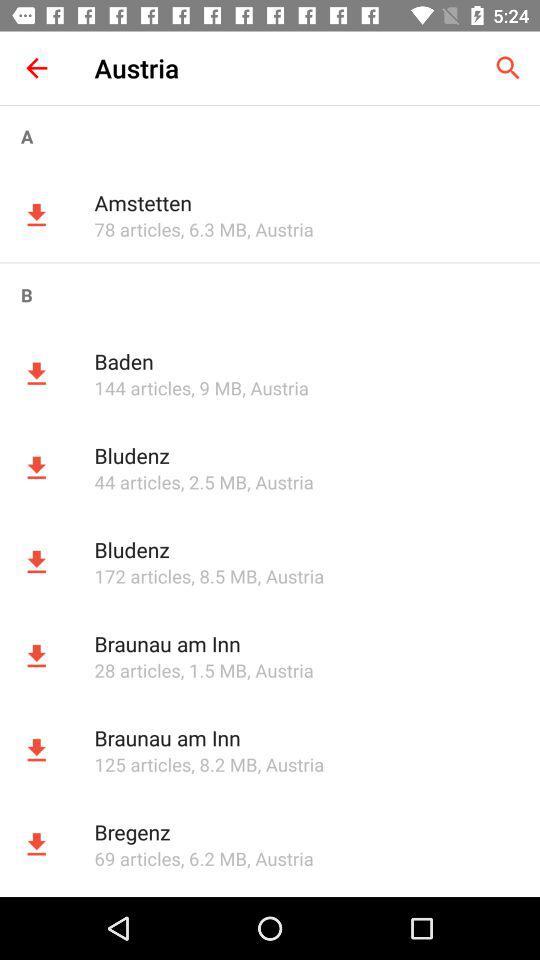 The width and height of the screenshot is (540, 960). Describe the element at coordinates (270, 135) in the screenshot. I see `a item` at that location.